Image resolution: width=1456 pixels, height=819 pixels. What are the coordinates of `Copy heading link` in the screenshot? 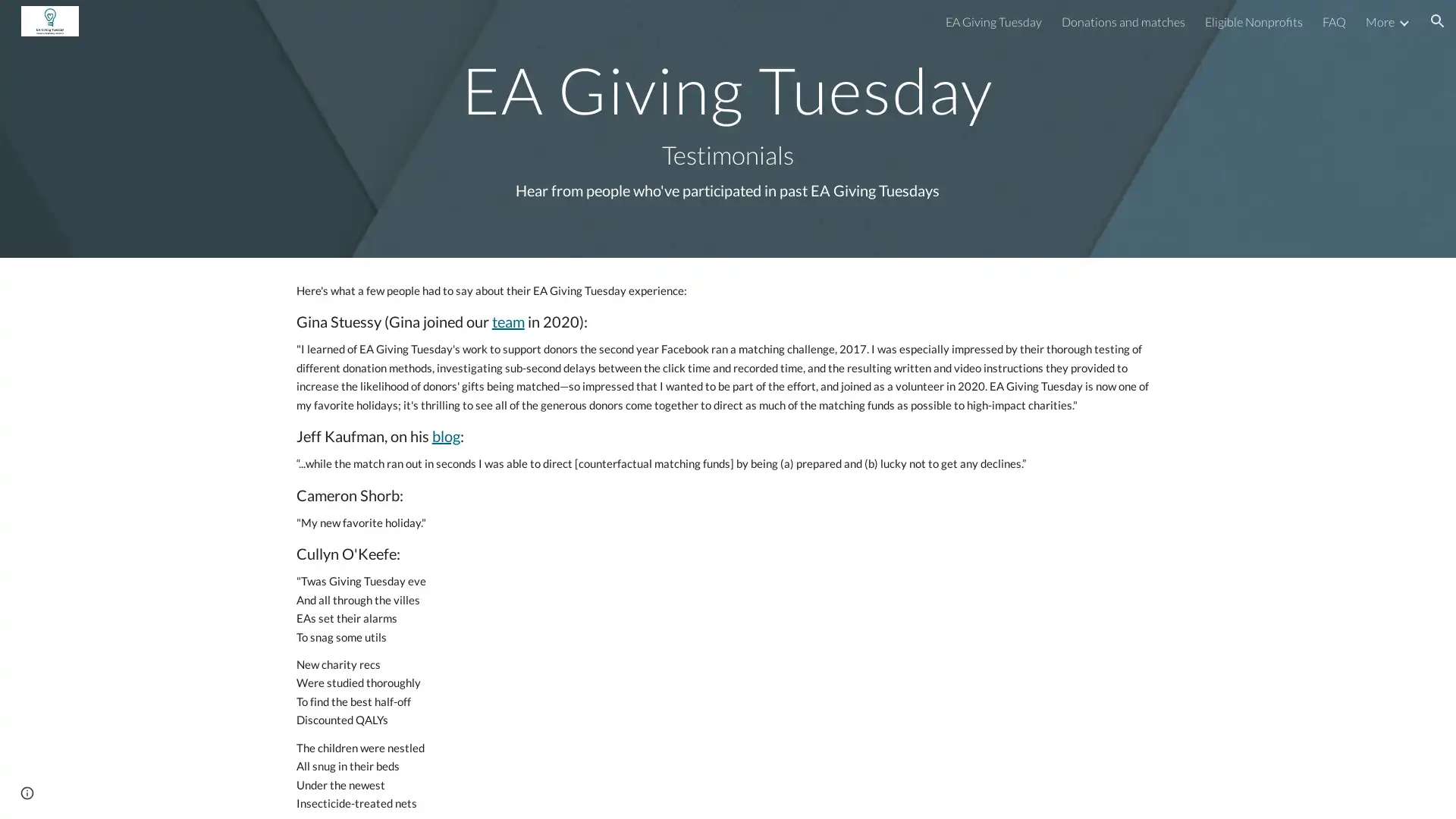 It's located at (419, 553).